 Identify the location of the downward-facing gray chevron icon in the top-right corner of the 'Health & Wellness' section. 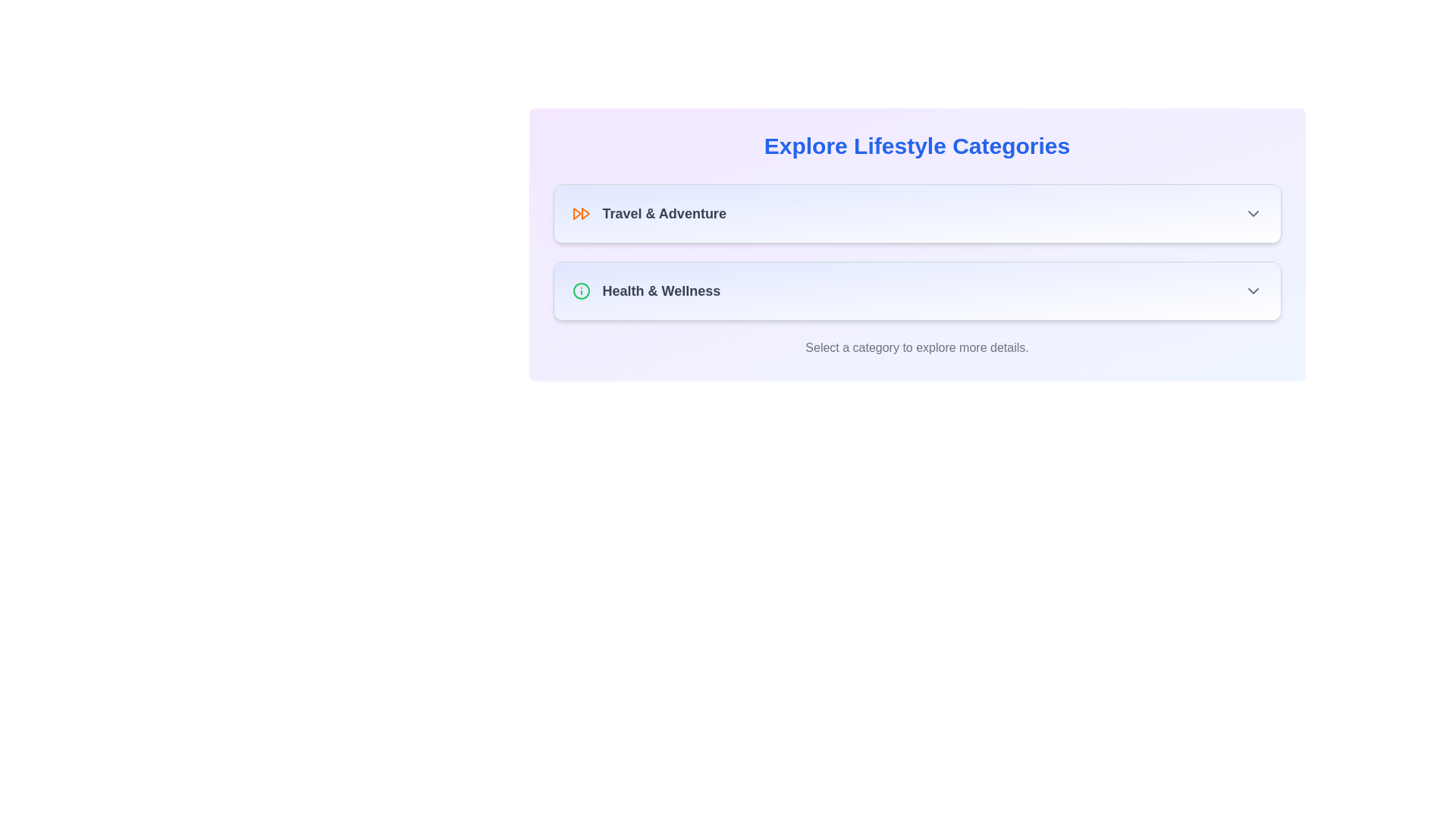
(1253, 291).